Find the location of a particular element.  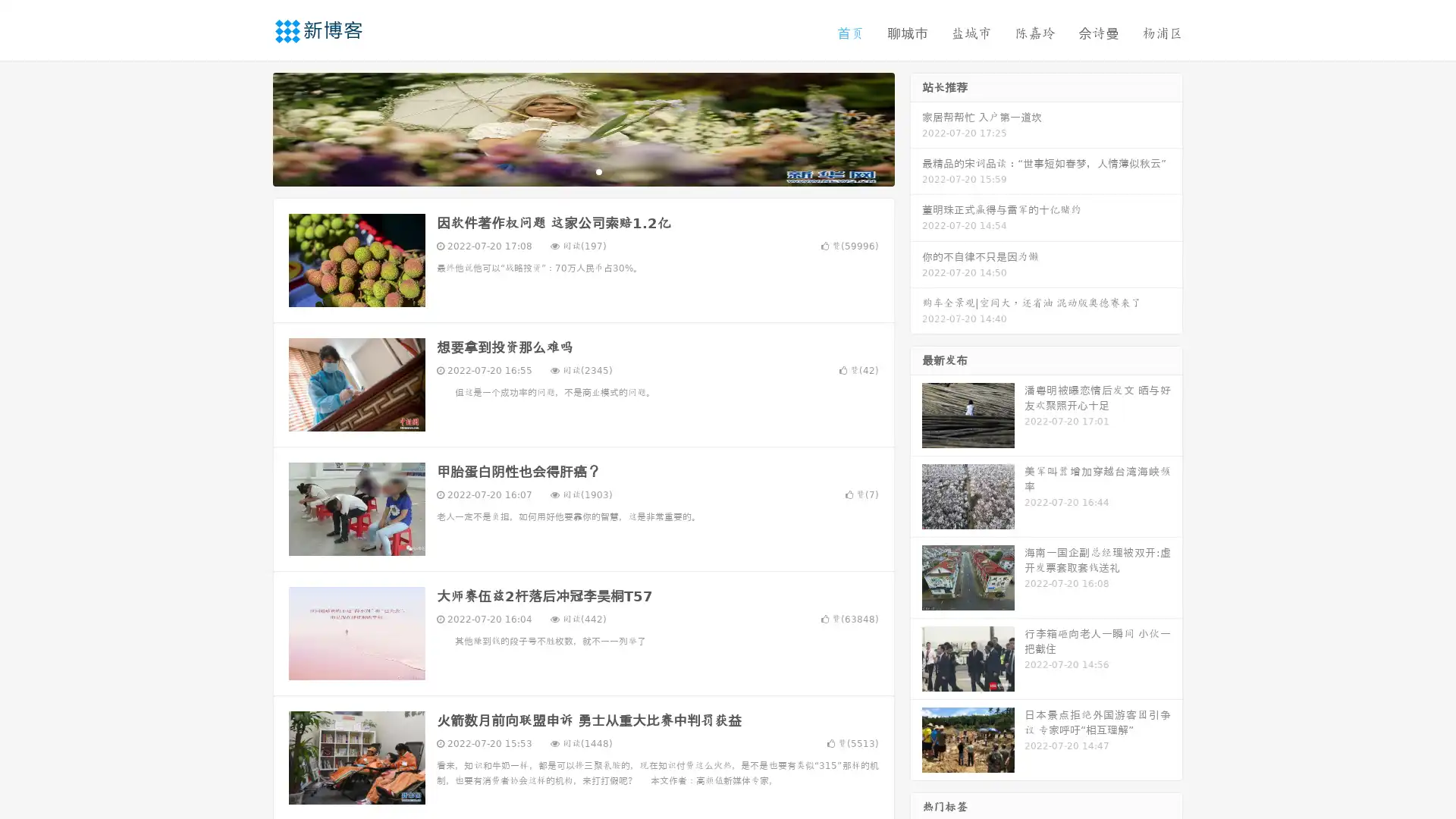

Go to slide 3 is located at coordinates (598, 171).